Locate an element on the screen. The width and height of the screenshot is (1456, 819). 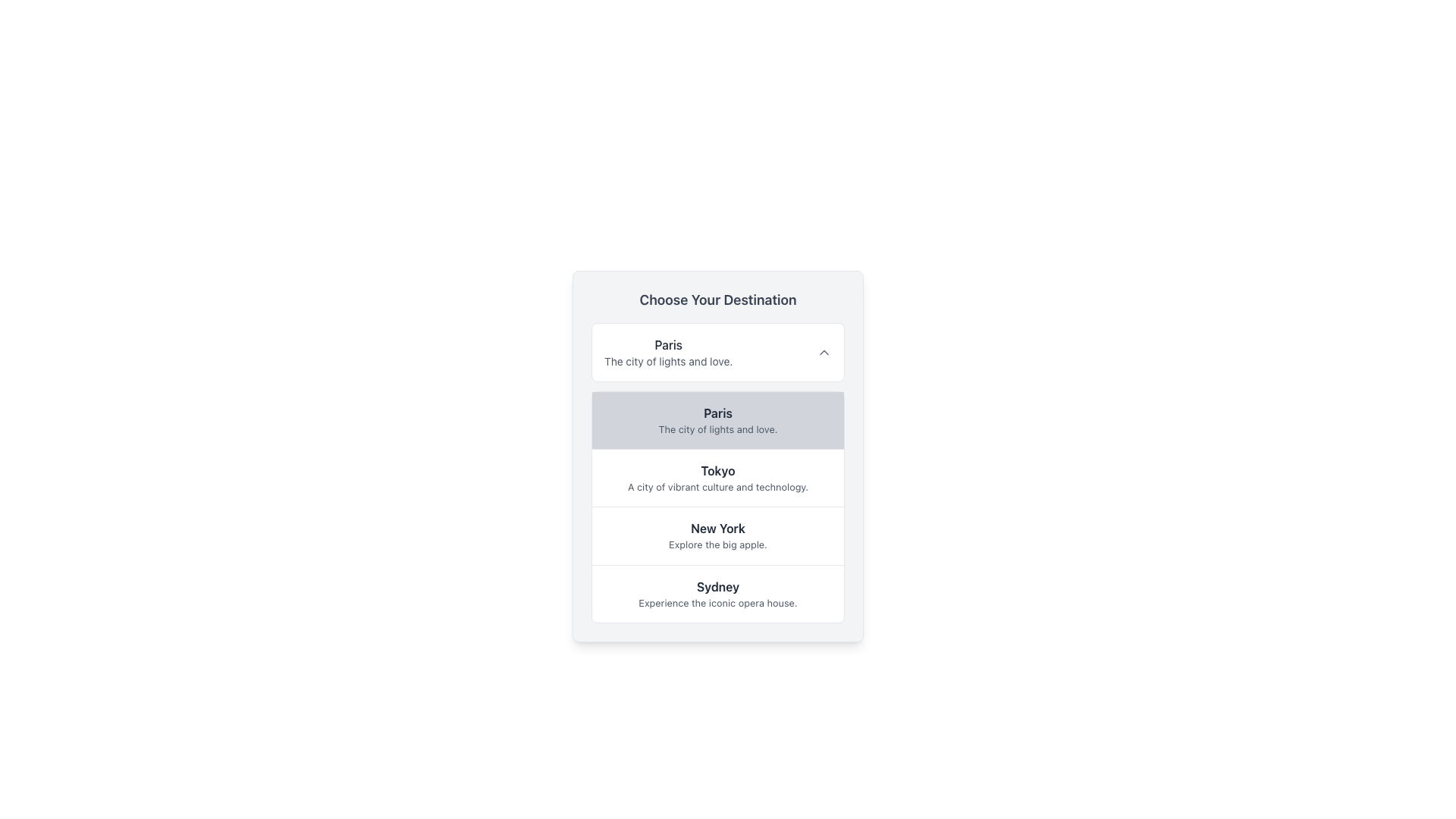
the small downward-pointing gray arrow icon located inside the white box labeled 'Paris: The city of lights and love.' is located at coordinates (823, 353).